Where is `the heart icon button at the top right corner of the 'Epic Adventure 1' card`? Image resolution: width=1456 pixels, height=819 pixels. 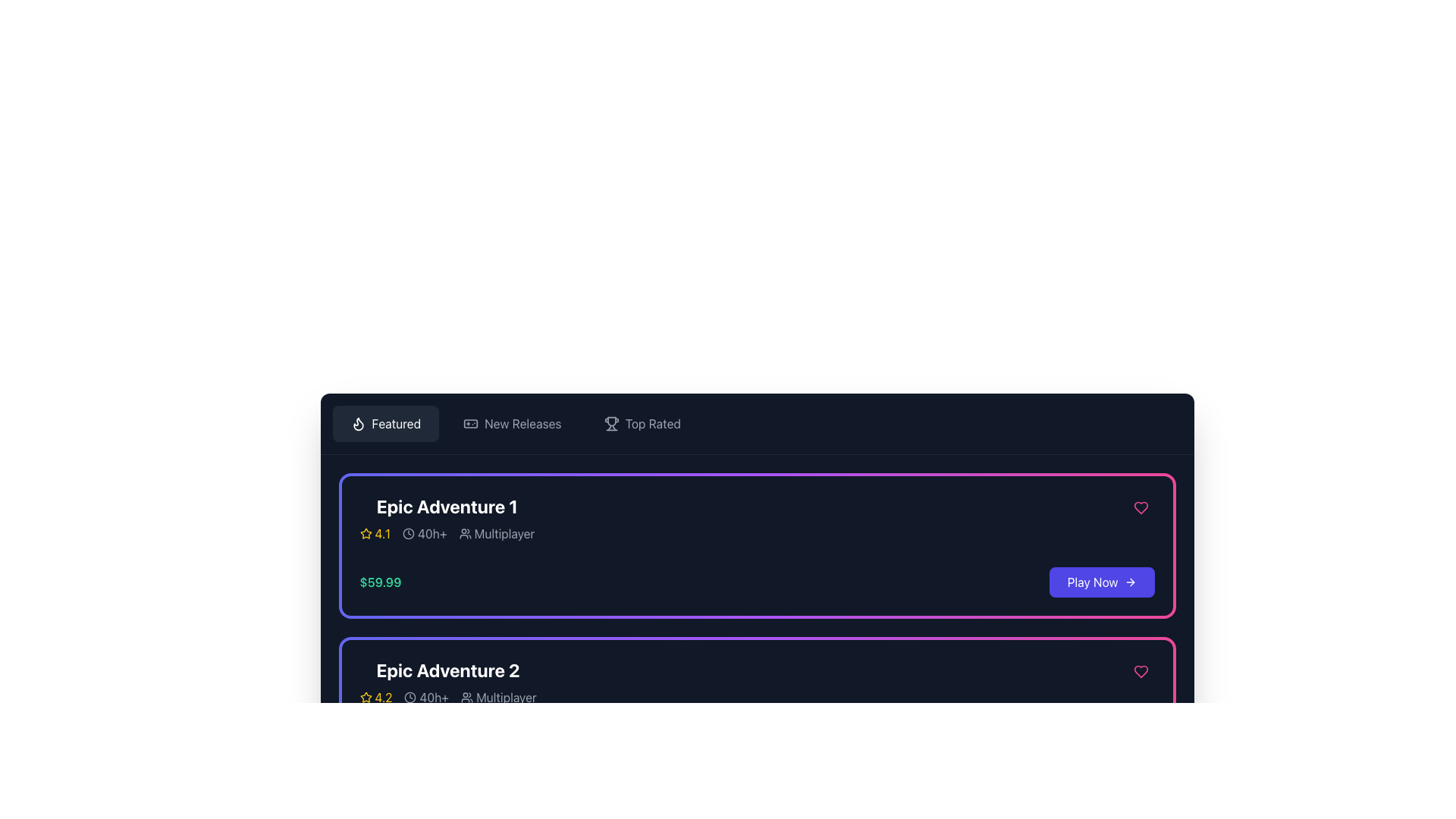
the heart icon button at the top right corner of the 'Epic Adventure 1' card is located at coordinates (1141, 671).